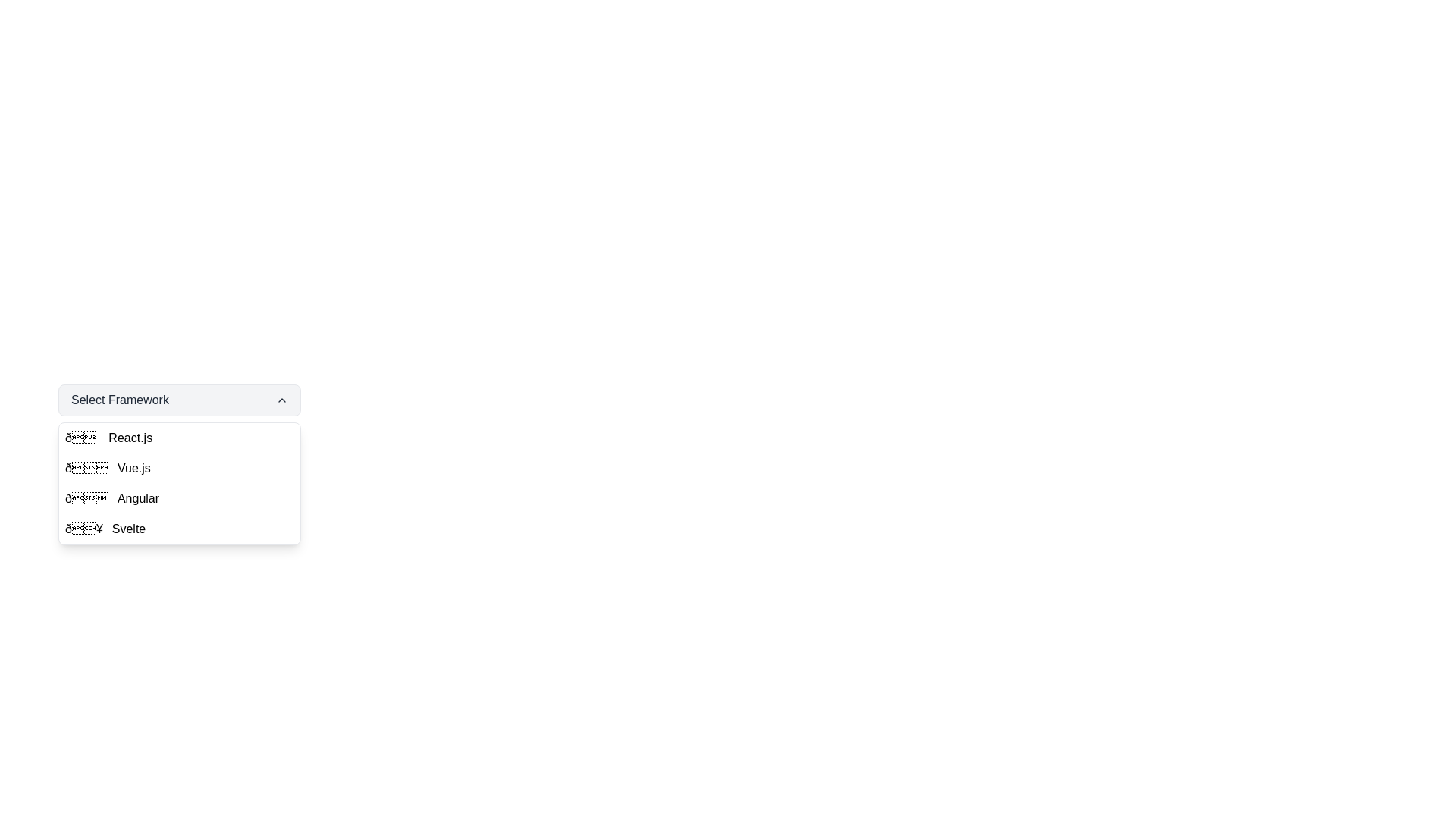 The image size is (1456, 819). Describe the element at coordinates (130, 438) in the screenshot. I see `the 'React.js' option in the dropdown menu labeled 'Select Framework'` at that location.